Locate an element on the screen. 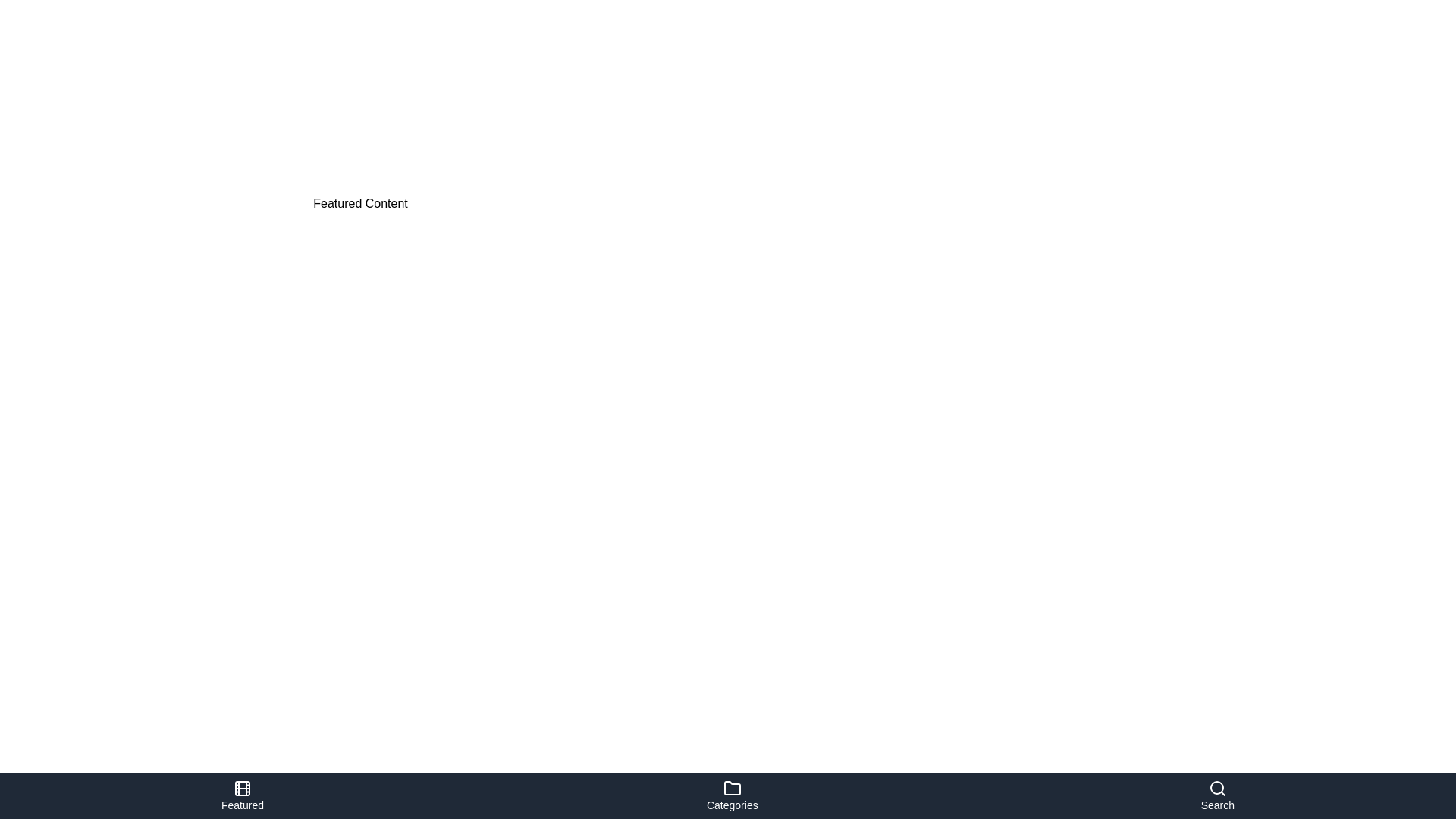 This screenshot has width=1456, height=819. the 'Categories' icon in the navigation menu is located at coordinates (732, 787).